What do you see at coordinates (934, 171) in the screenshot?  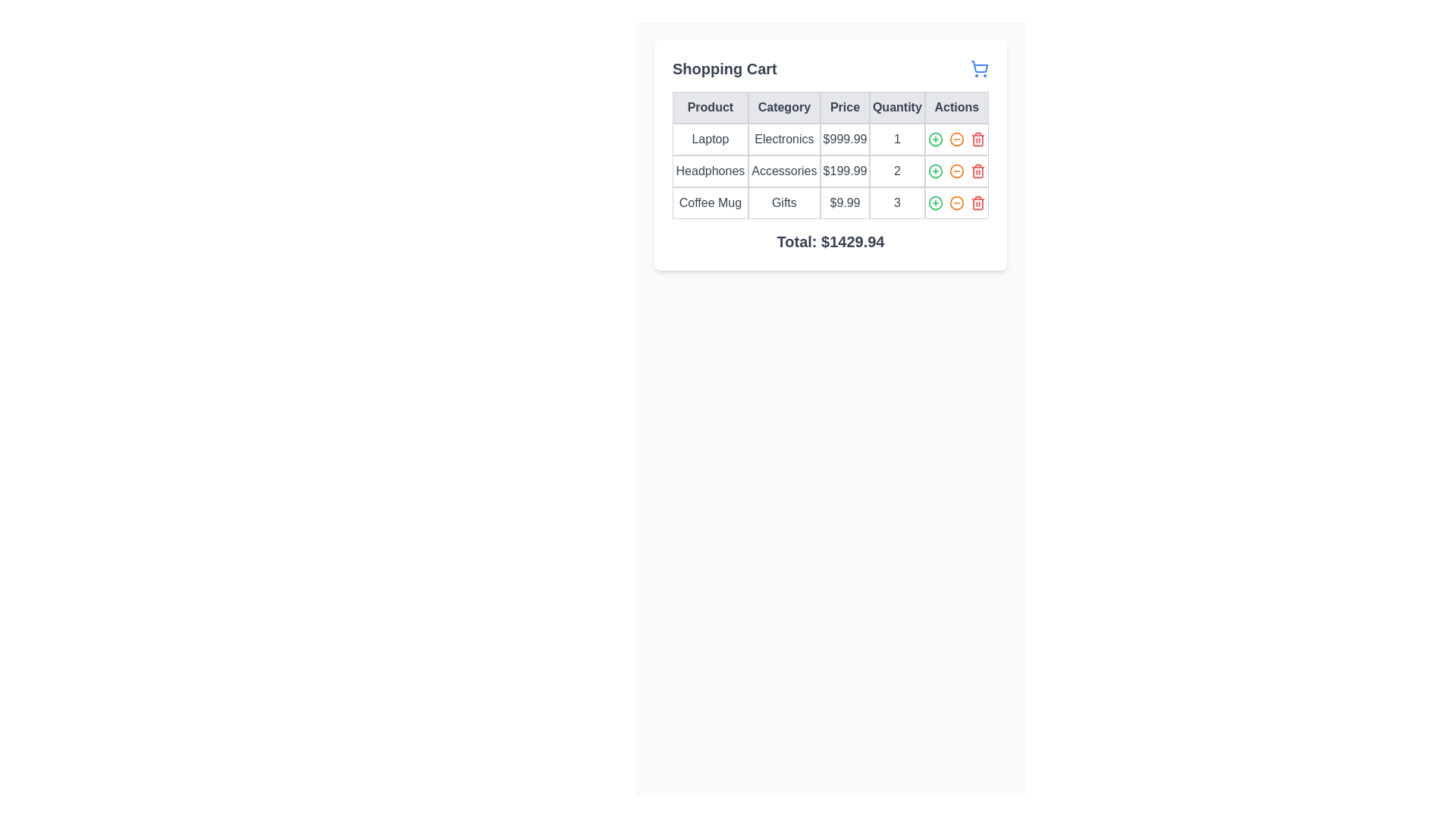 I see `the leftmost button in the 'Actions' column of the second row in the shopping cart table` at bounding box center [934, 171].